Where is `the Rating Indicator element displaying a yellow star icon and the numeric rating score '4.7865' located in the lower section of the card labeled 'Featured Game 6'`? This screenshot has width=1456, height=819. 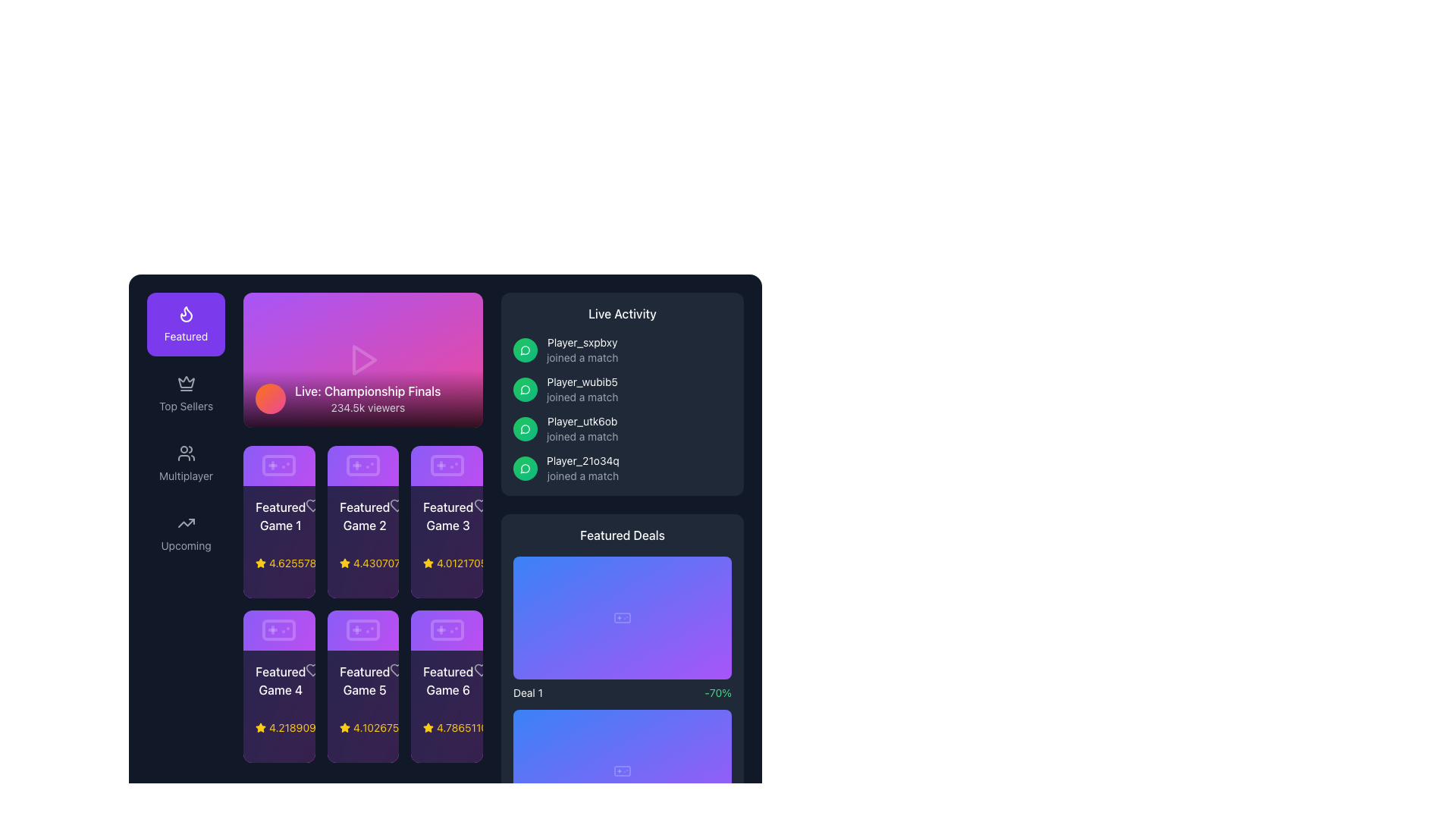 the Rating Indicator element displaying a yellow star icon and the numeric rating score '4.7865' located in the lower section of the card labeled 'Featured Game 6' is located at coordinates (446, 727).